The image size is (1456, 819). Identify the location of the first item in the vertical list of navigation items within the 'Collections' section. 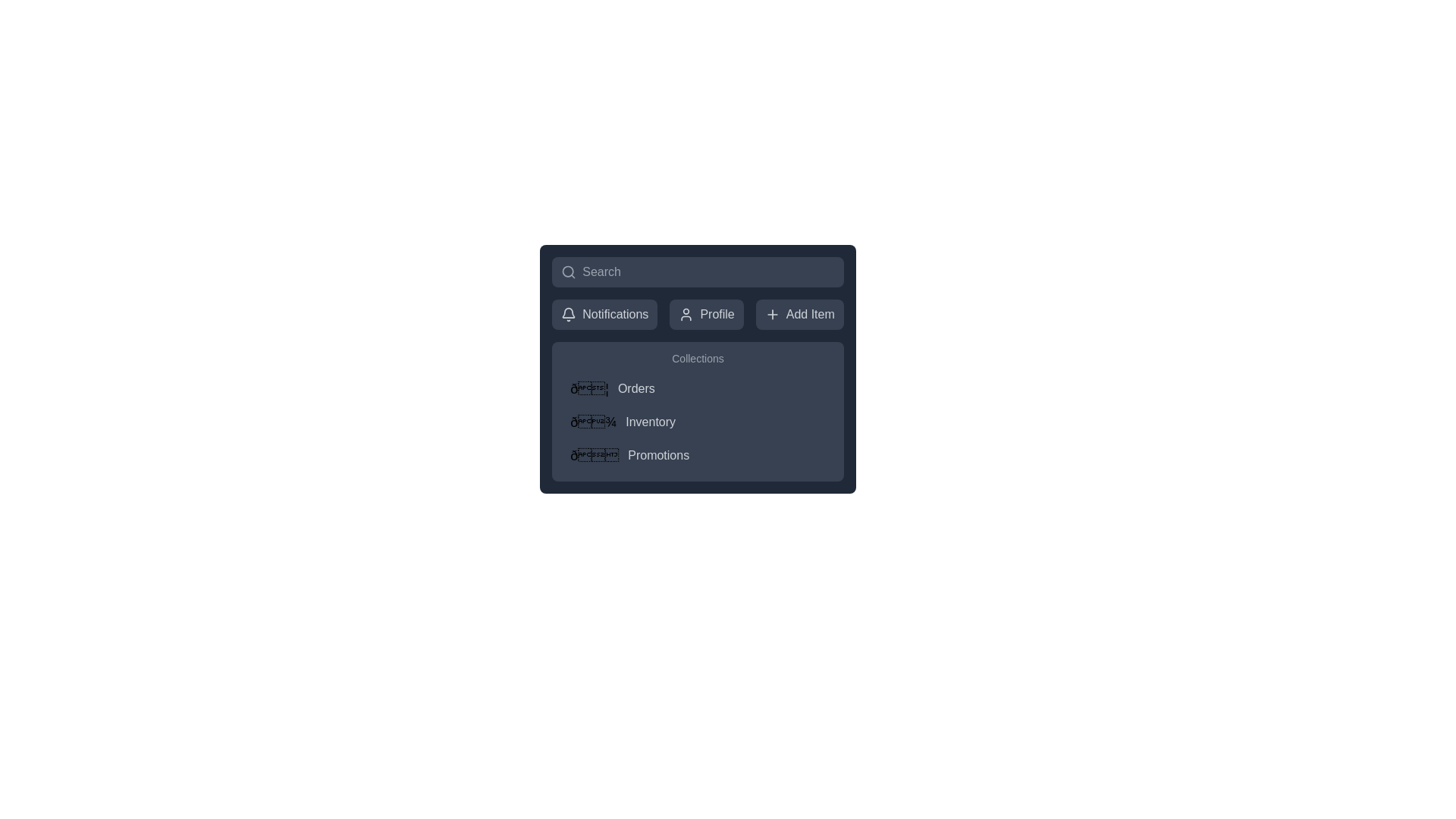
(697, 388).